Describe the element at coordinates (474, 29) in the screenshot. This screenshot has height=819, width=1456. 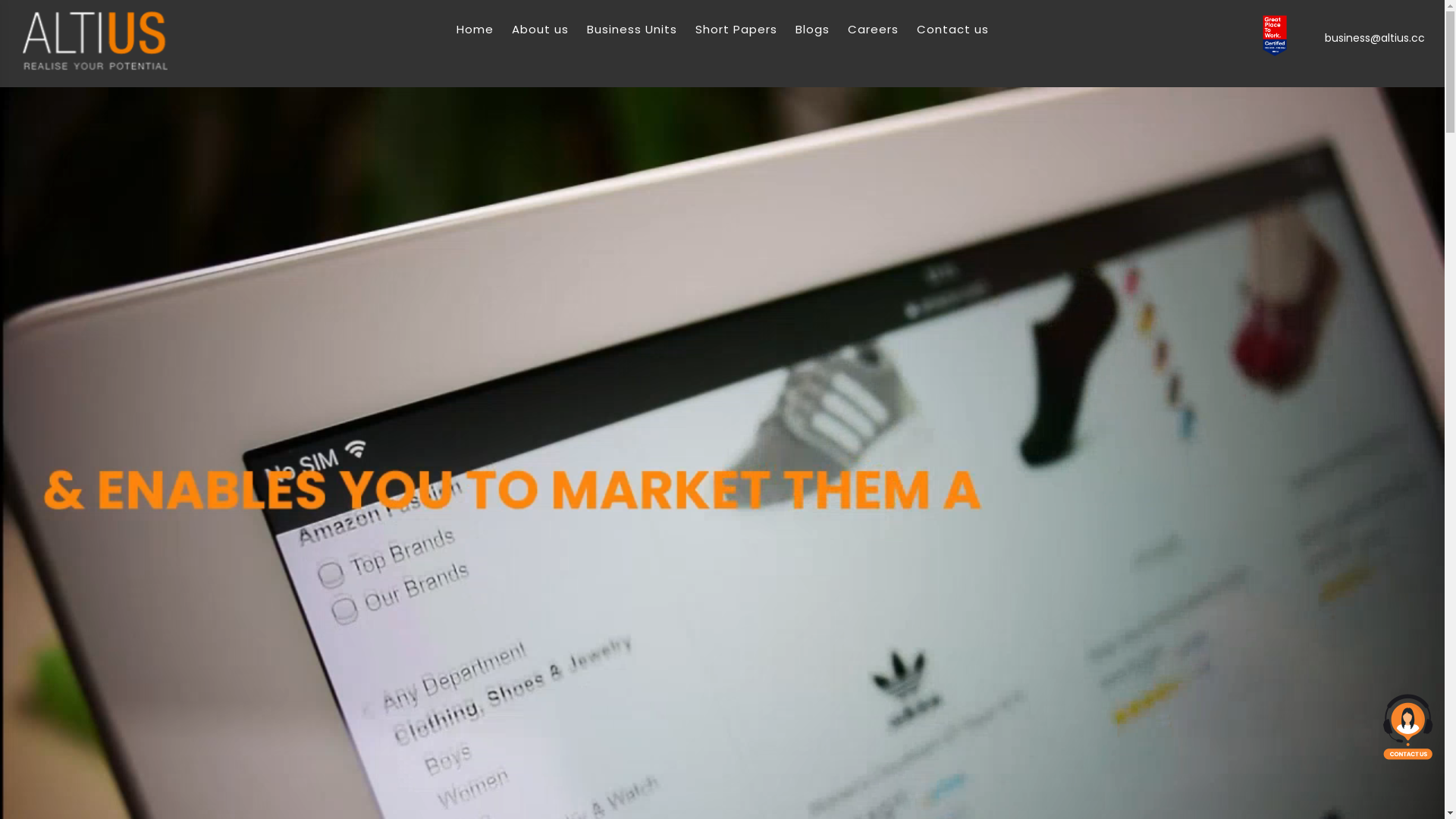
I see `'Home'` at that location.